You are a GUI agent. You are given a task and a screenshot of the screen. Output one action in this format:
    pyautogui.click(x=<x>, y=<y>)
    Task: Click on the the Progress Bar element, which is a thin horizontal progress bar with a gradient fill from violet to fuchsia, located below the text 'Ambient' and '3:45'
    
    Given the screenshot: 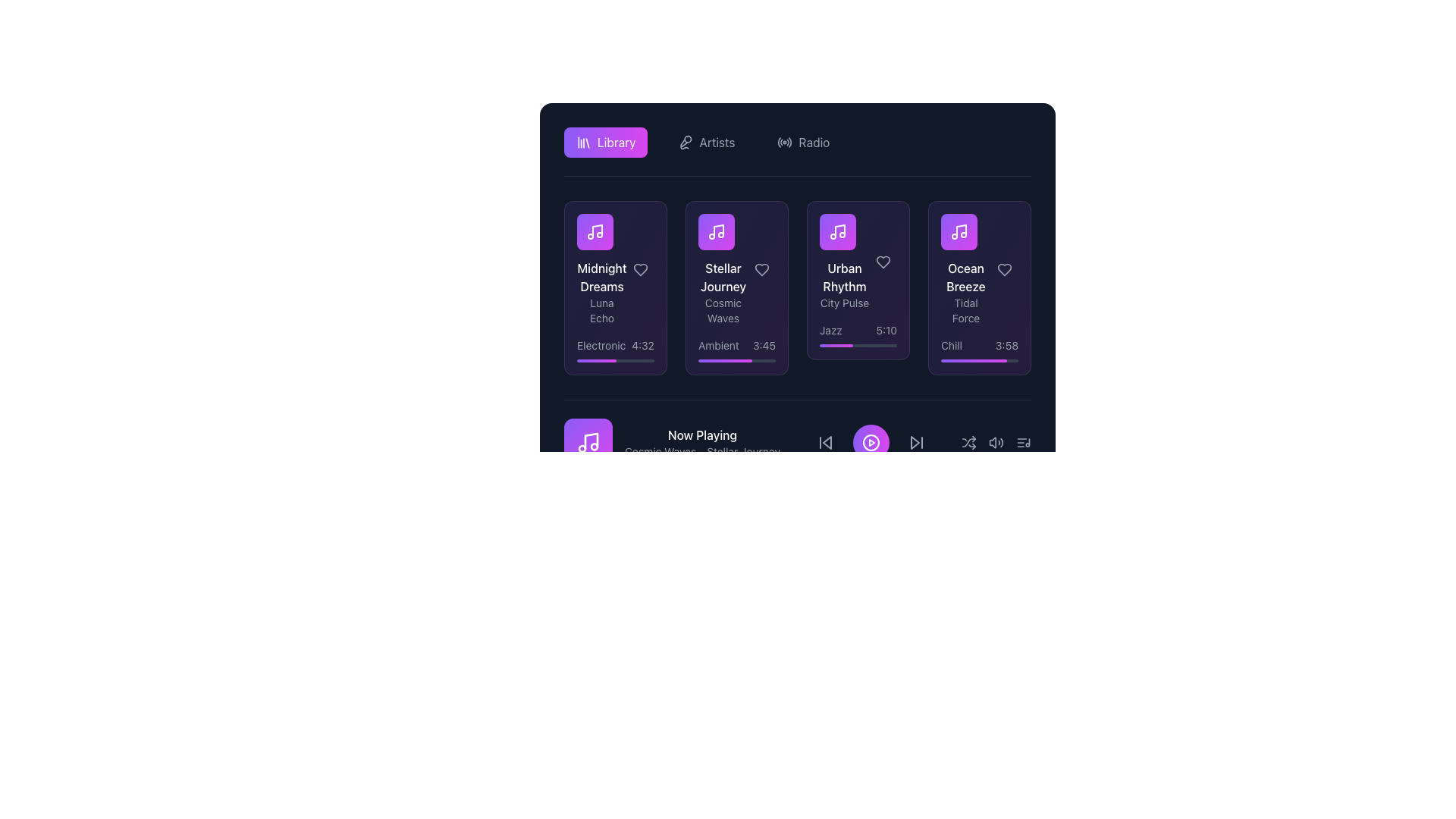 What is the action you would take?
    pyautogui.click(x=736, y=360)
    